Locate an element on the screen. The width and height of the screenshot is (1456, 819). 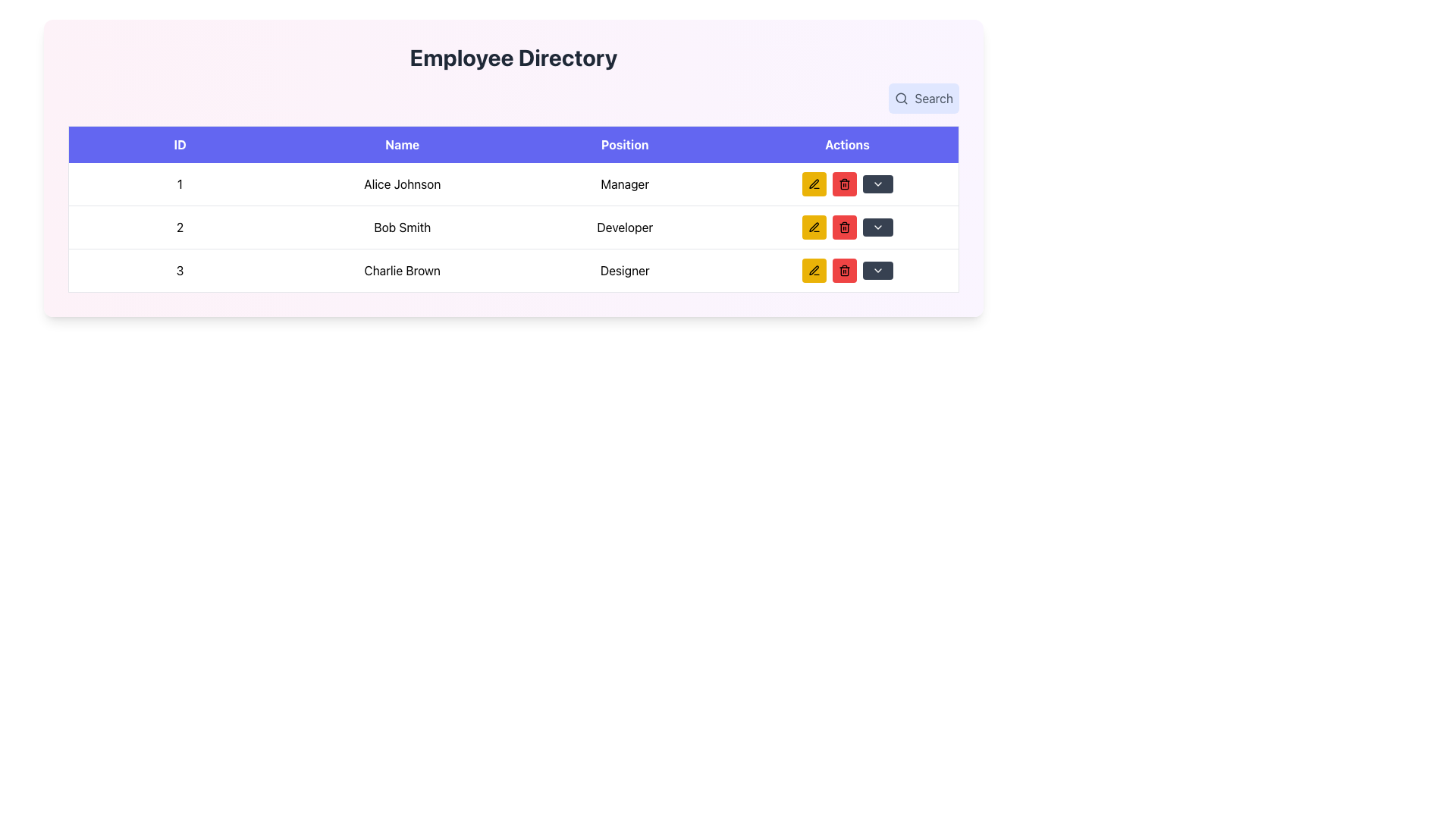
the 'Edit' button located in the second row of the 'Actions' column within the table is located at coordinates (813, 227).